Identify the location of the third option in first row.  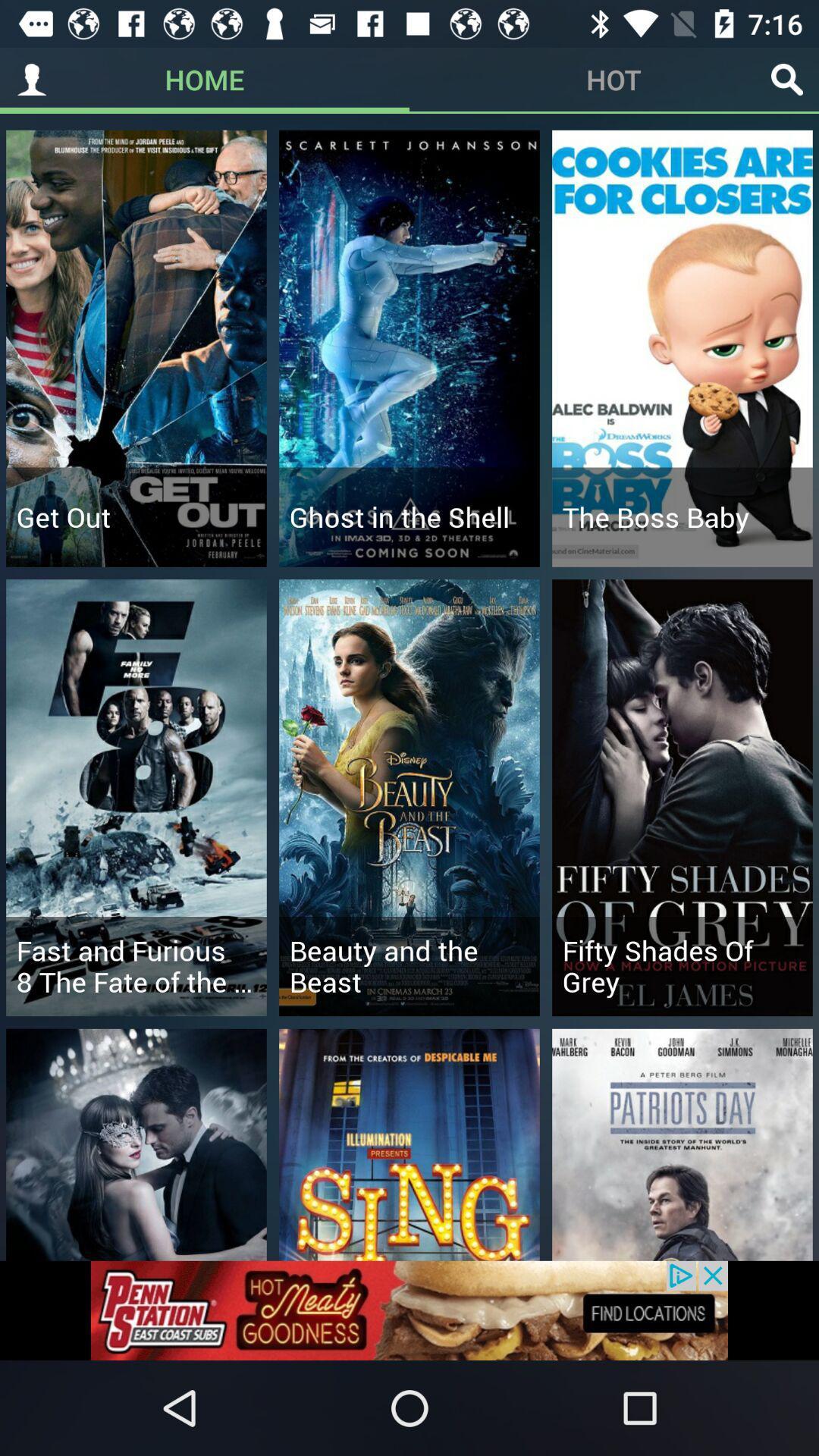
(681, 348).